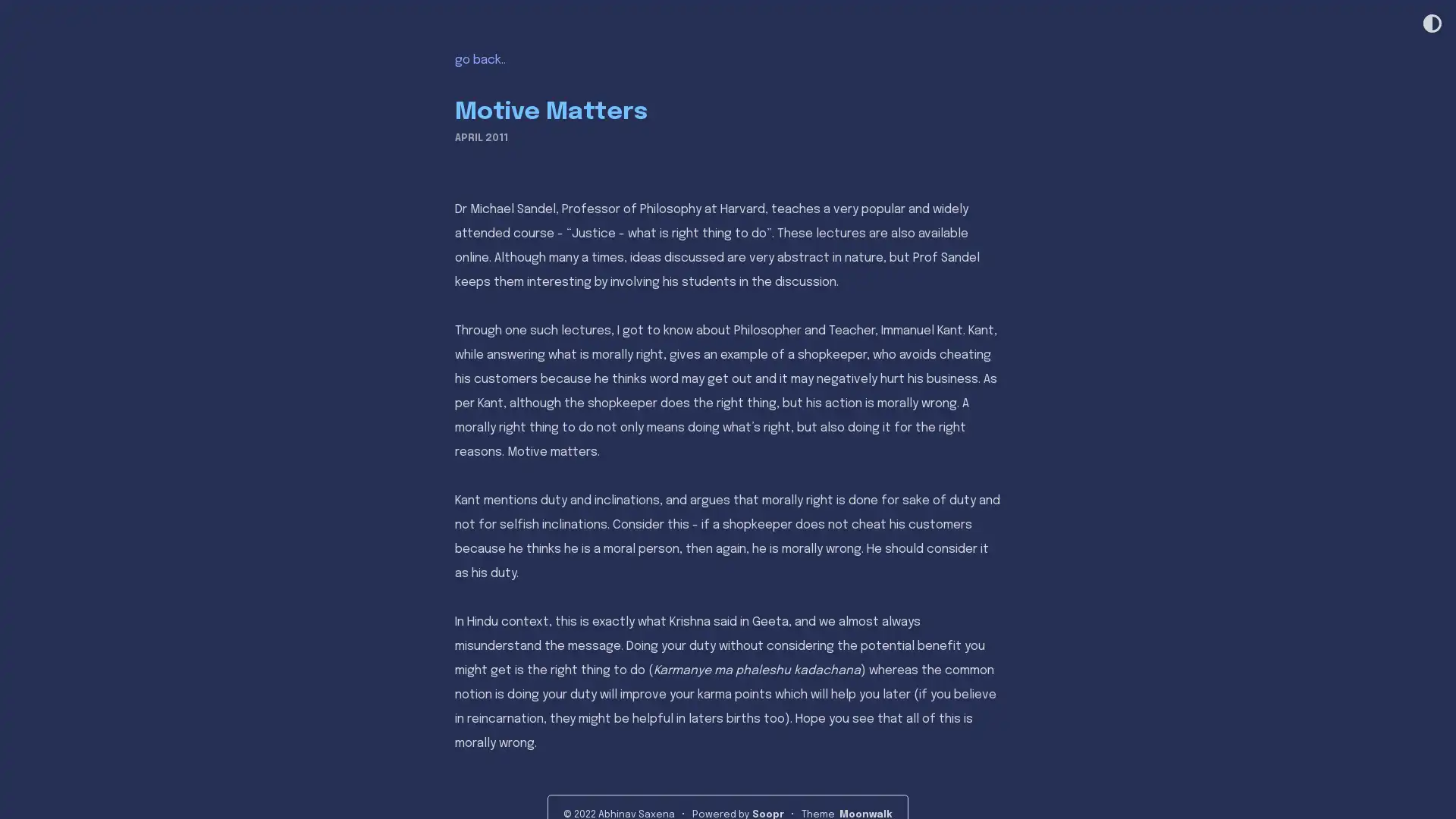 The width and height of the screenshot is (1456, 819). I want to click on Toggle Theme, so click(1430, 24).